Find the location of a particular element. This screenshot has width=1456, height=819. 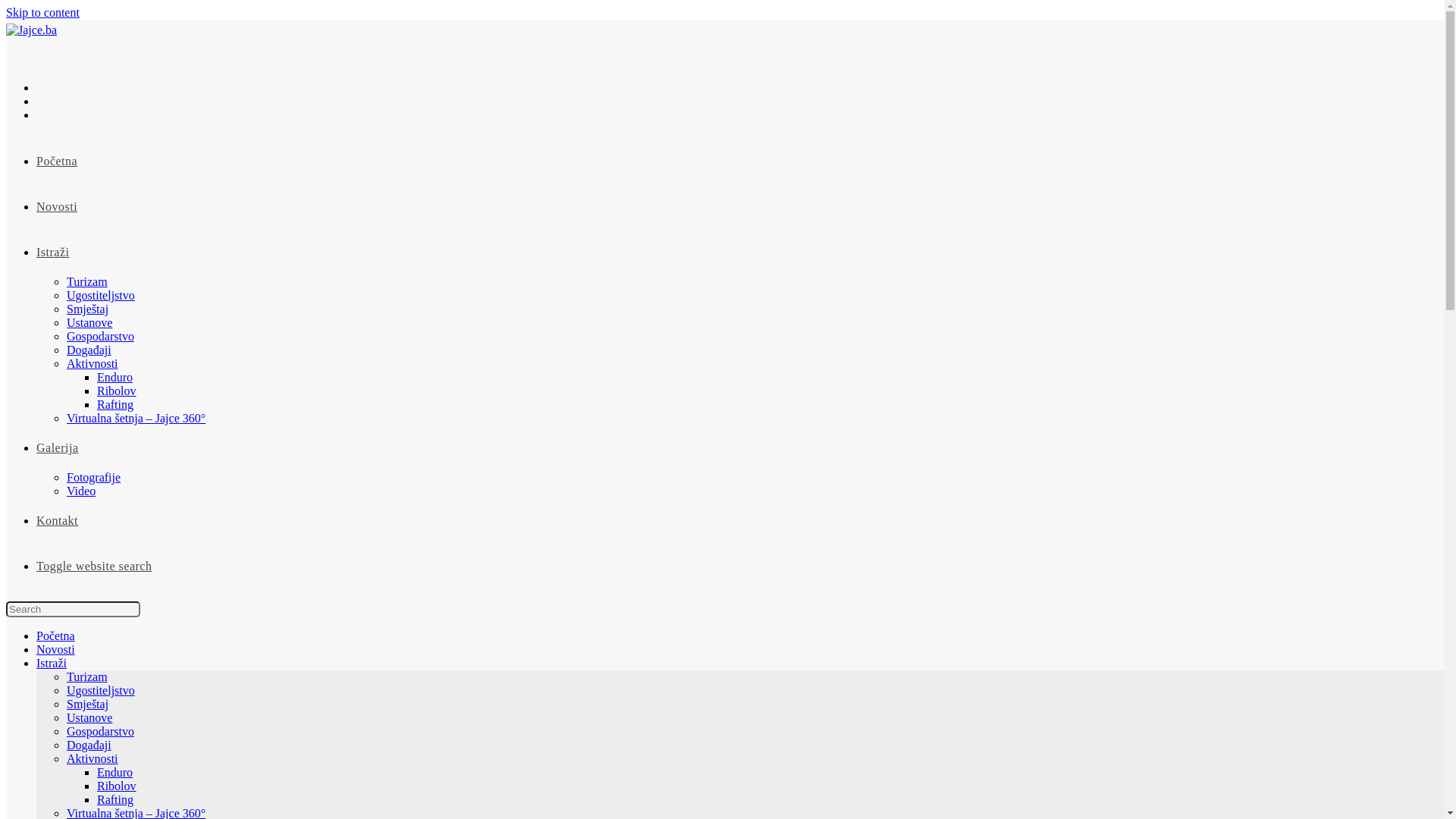

'Enduro' is located at coordinates (114, 772).